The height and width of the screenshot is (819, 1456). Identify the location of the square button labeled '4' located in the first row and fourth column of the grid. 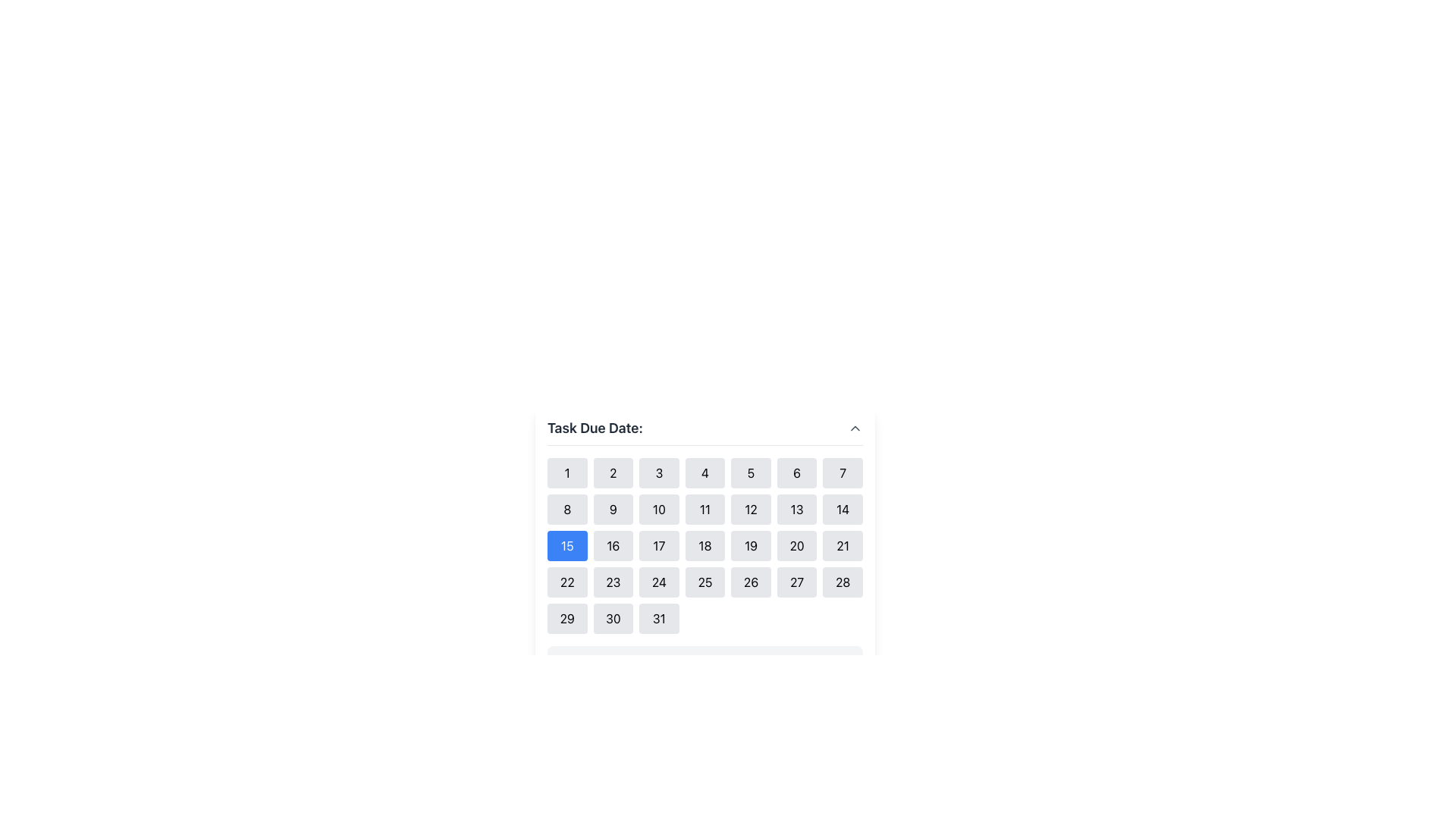
(704, 472).